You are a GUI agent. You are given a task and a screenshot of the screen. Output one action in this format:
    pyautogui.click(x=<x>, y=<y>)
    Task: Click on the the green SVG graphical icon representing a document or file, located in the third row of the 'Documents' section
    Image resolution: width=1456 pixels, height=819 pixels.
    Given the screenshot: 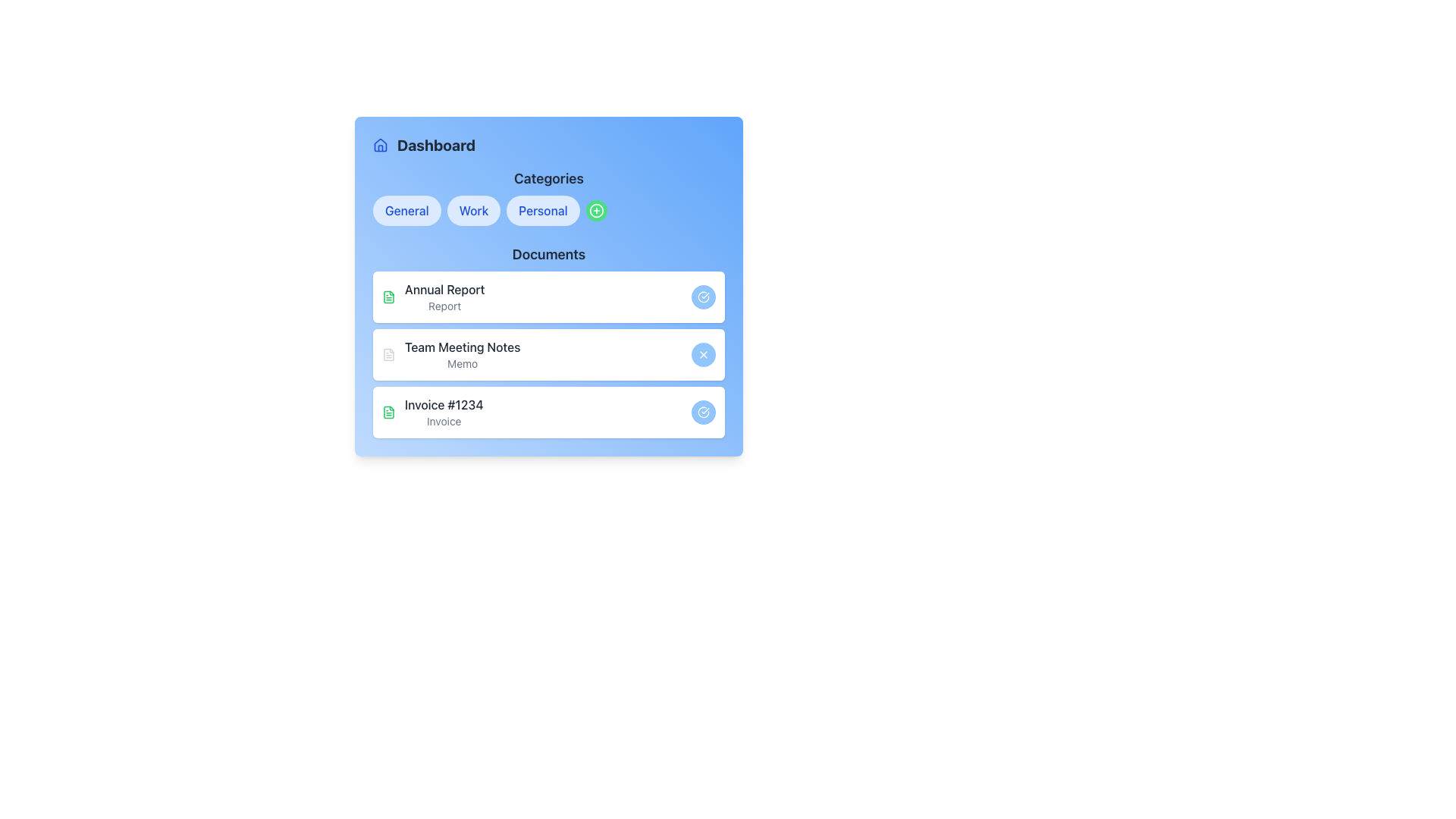 What is the action you would take?
    pyautogui.click(x=389, y=297)
    